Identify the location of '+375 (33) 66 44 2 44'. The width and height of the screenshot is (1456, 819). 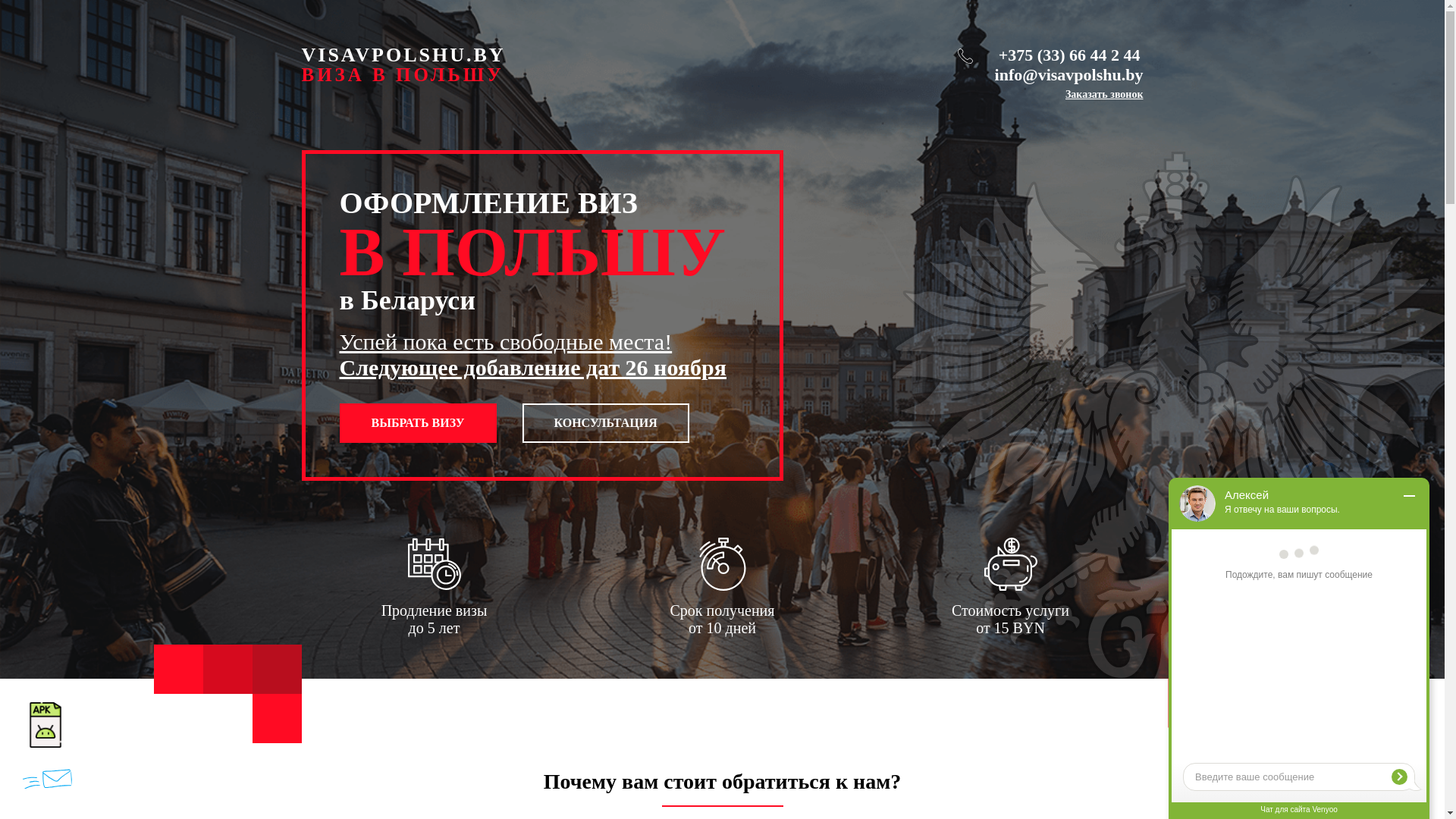
(1068, 55).